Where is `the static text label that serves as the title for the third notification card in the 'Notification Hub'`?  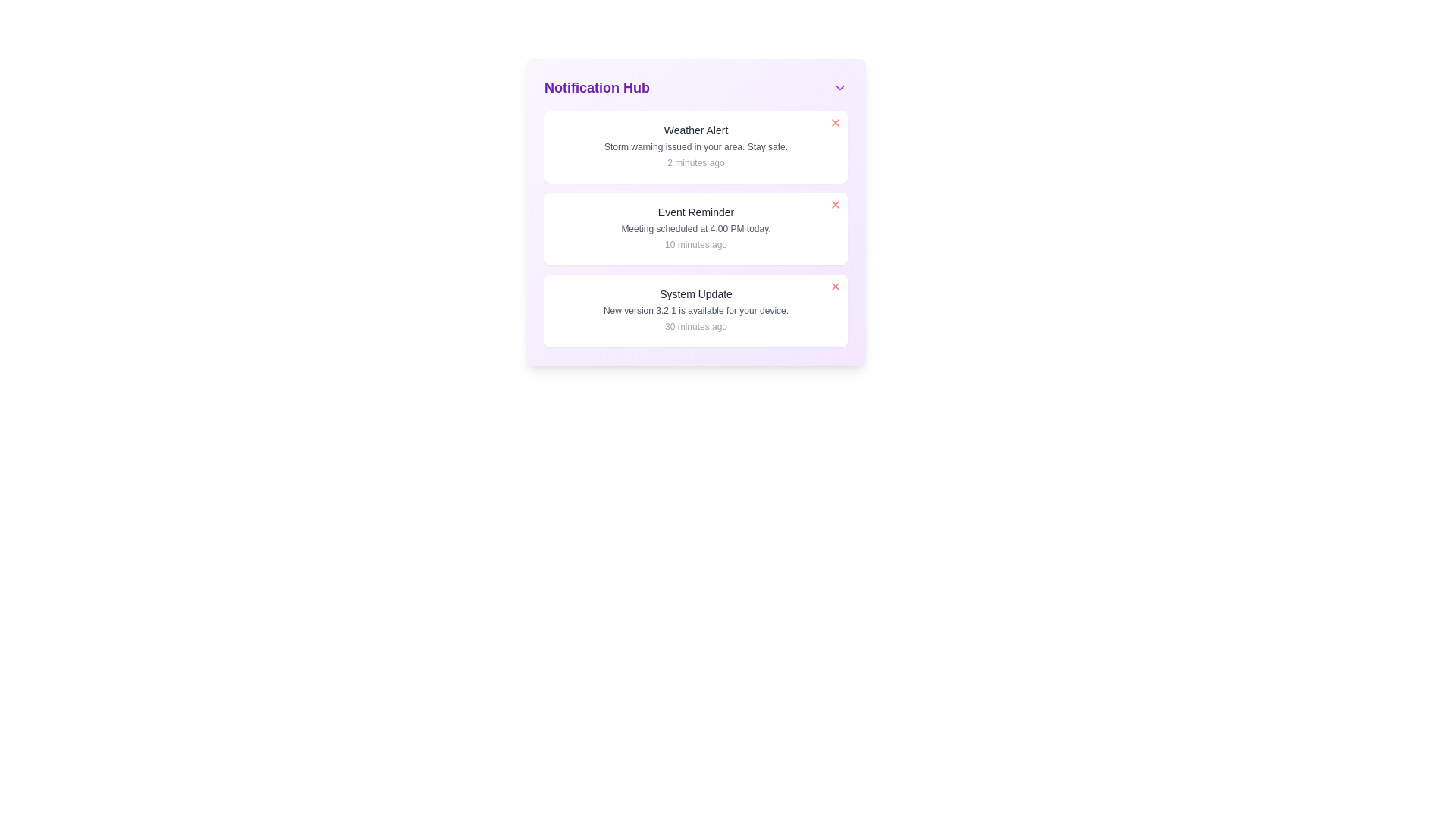 the static text label that serves as the title for the third notification card in the 'Notification Hub' is located at coordinates (695, 294).